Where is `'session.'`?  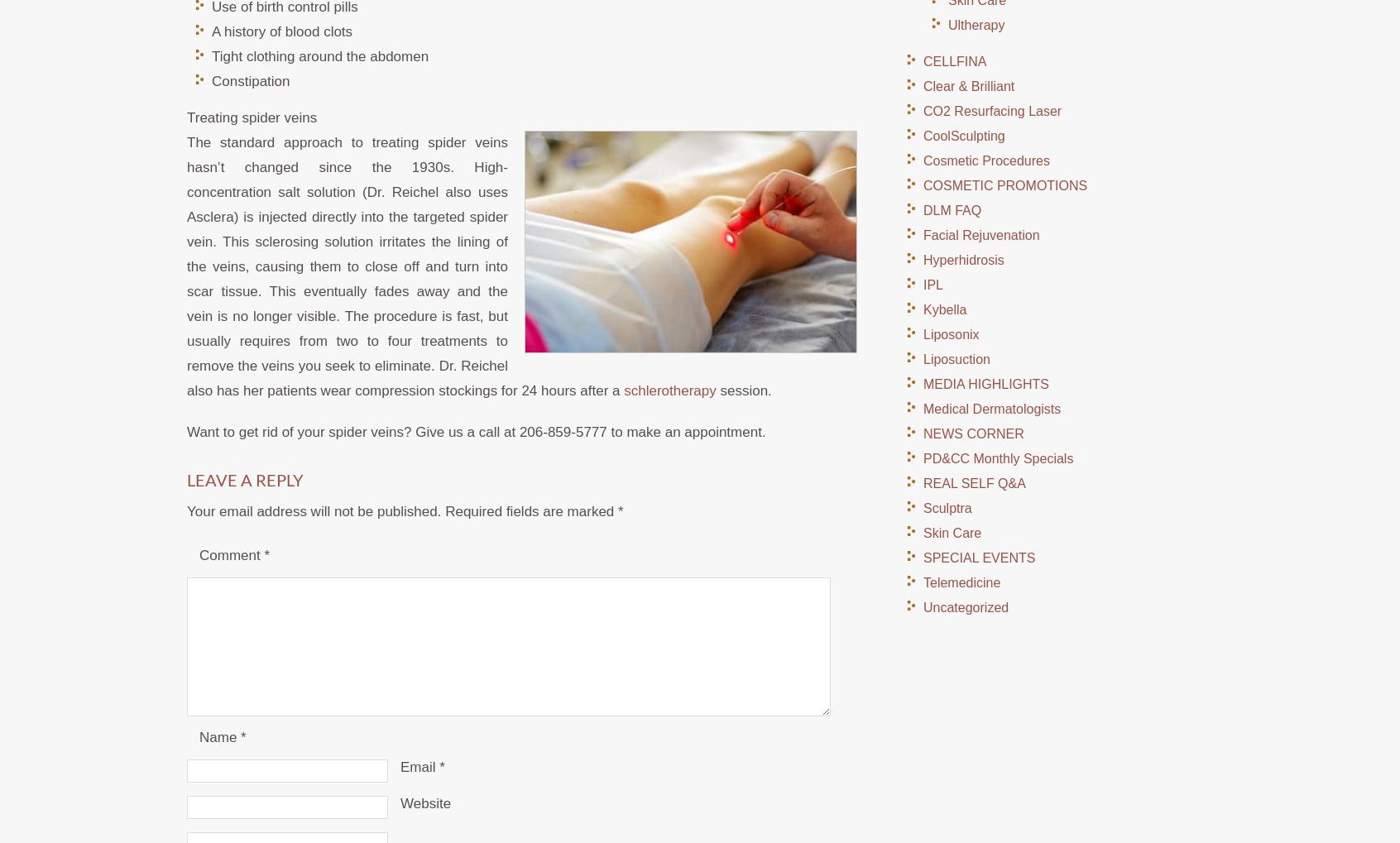
'session.' is located at coordinates (714, 390).